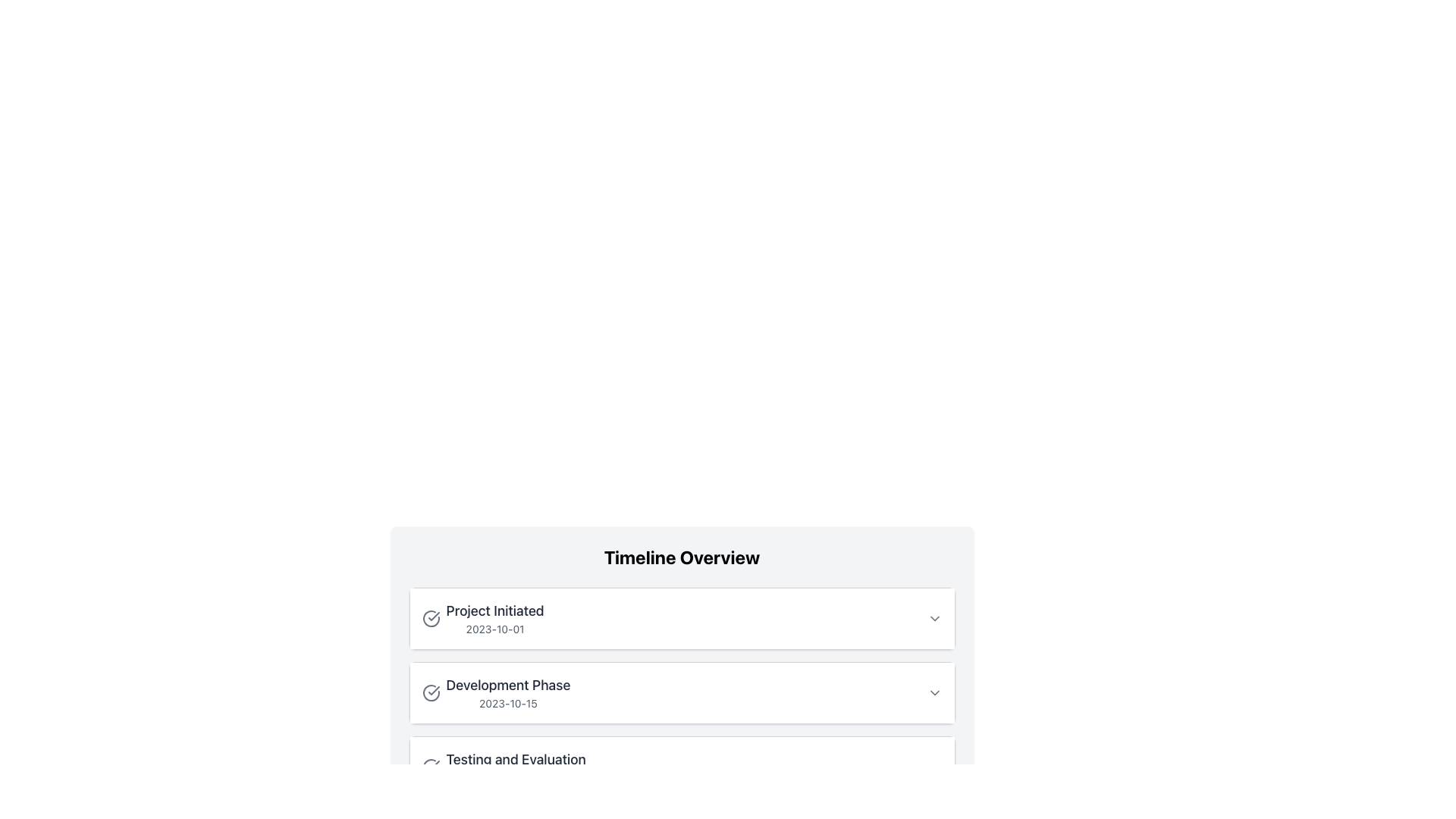  Describe the element at coordinates (508, 704) in the screenshot. I see `the text label displaying '2023-10-15' located below the heading 'Development Phase' in the bottom-right section of the block` at that location.